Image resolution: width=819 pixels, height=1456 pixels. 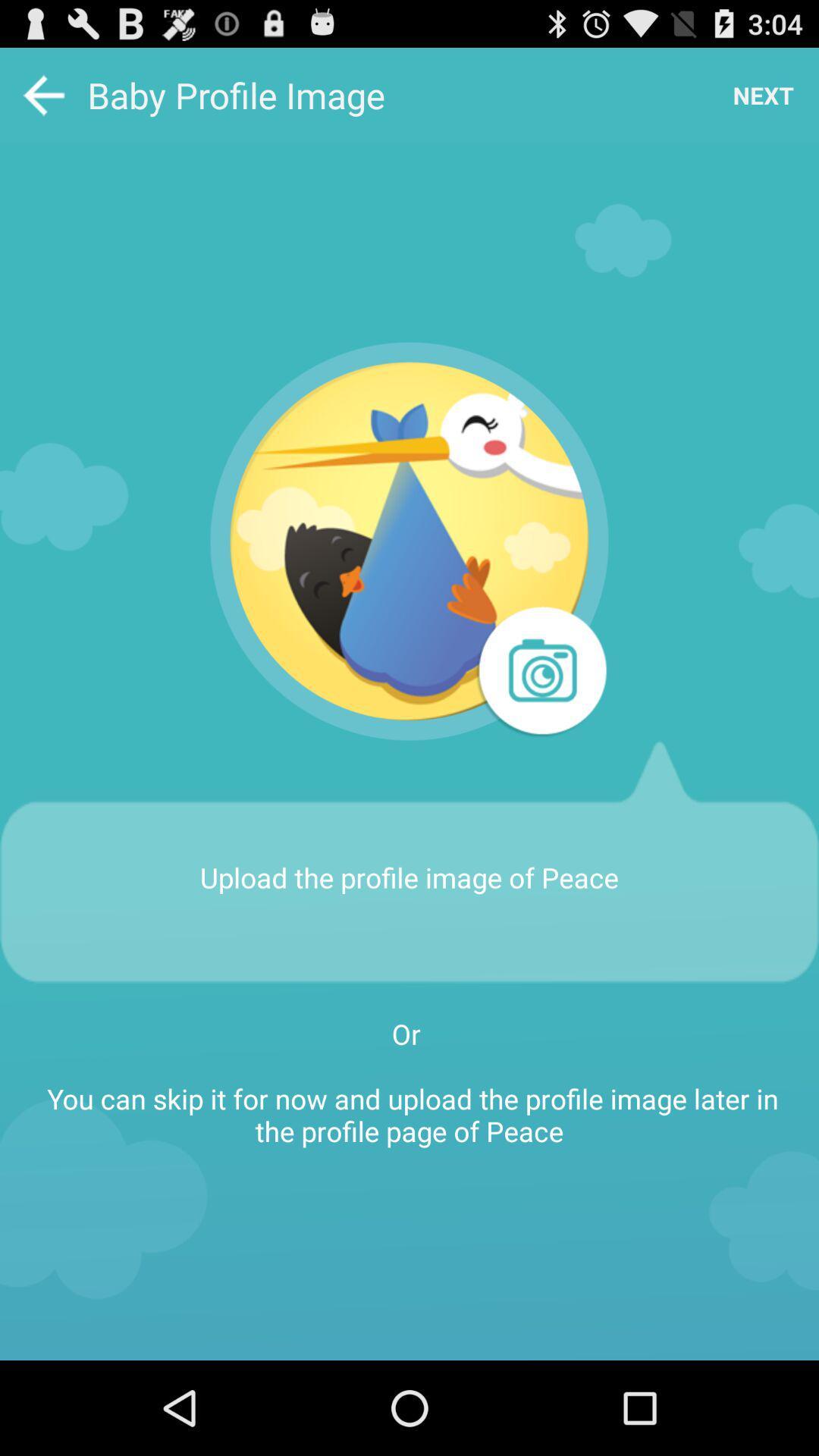 I want to click on profile picture, so click(x=540, y=672).